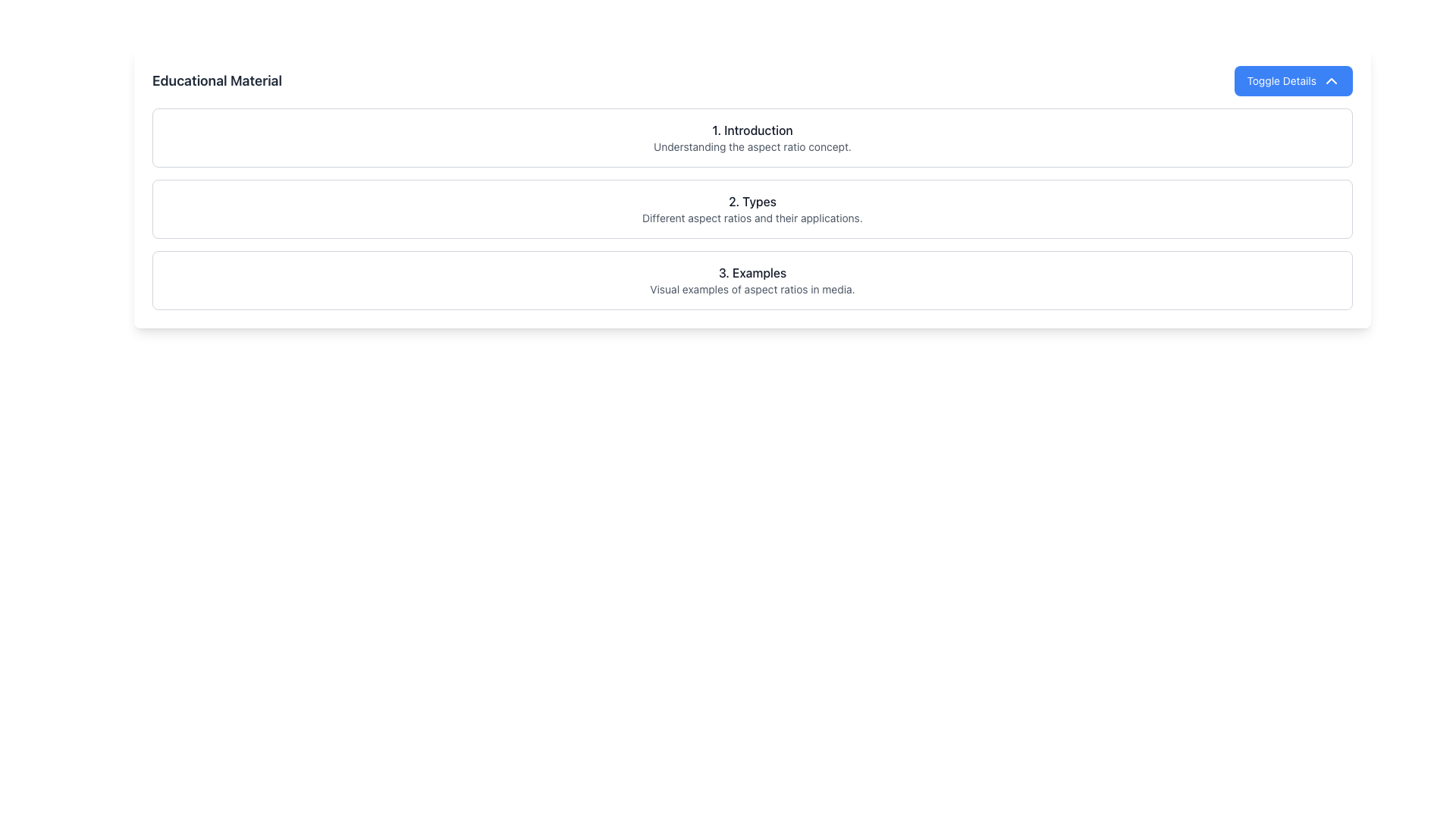 The width and height of the screenshot is (1456, 819). I want to click on the text element displaying 'Different aspect ratios and their applications.' to check for tooltips, so click(752, 218).